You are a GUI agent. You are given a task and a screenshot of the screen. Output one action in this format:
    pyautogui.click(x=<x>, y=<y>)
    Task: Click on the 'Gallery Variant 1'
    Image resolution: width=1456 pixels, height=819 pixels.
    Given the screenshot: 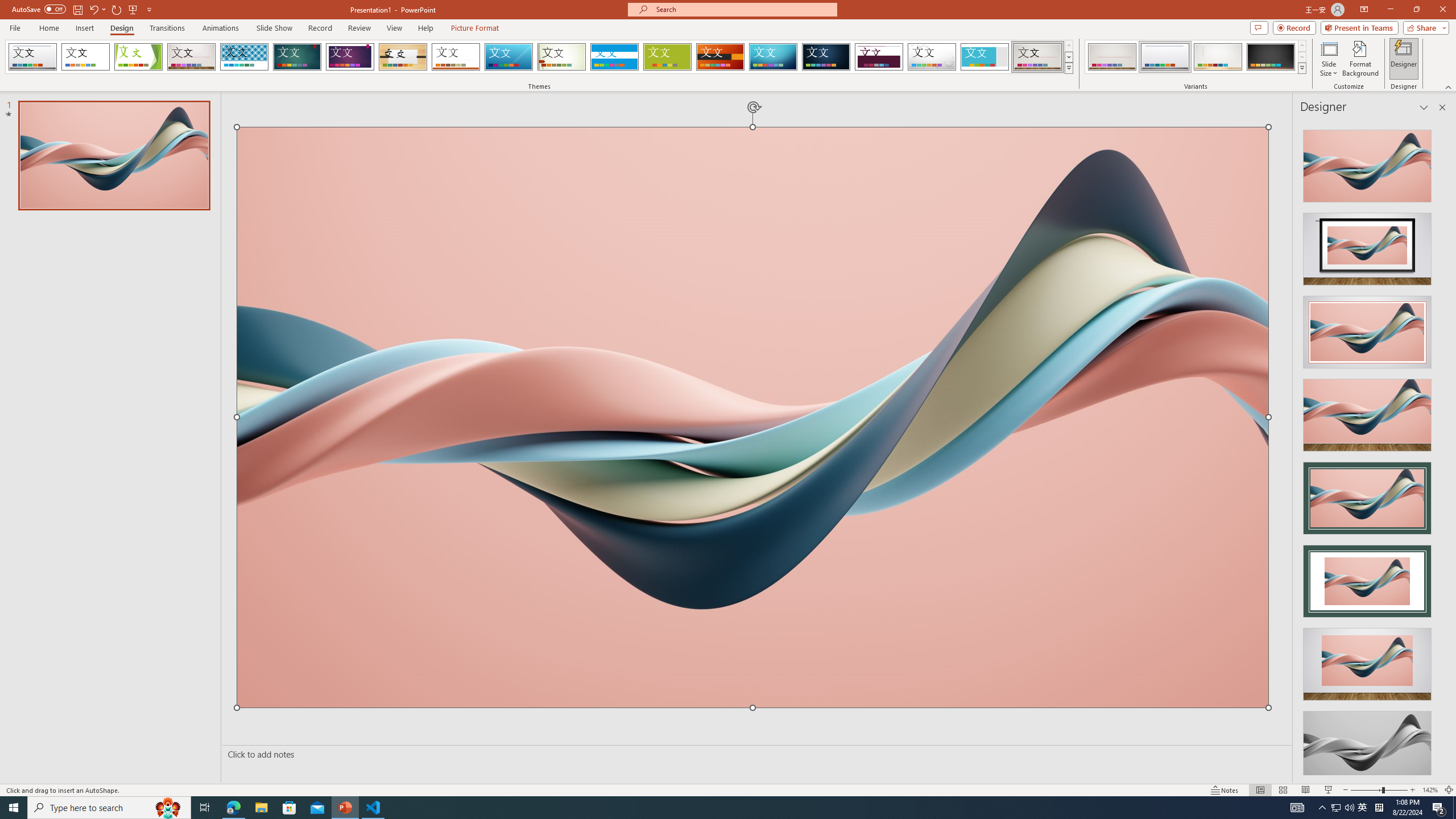 What is the action you would take?
    pyautogui.click(x=1111, y=56)
    